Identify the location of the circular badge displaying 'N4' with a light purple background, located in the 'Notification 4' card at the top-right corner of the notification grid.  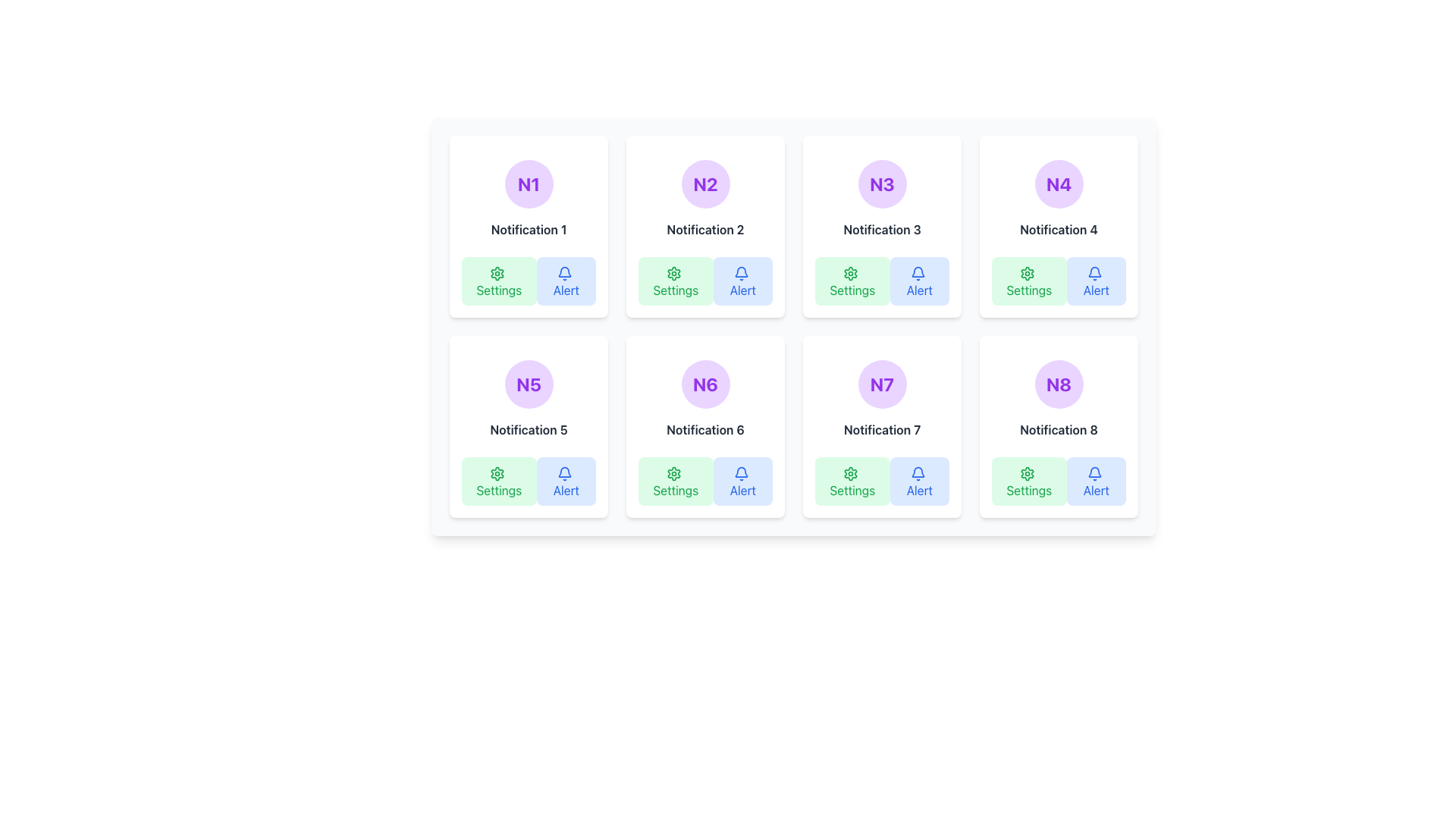
(1058, 184).